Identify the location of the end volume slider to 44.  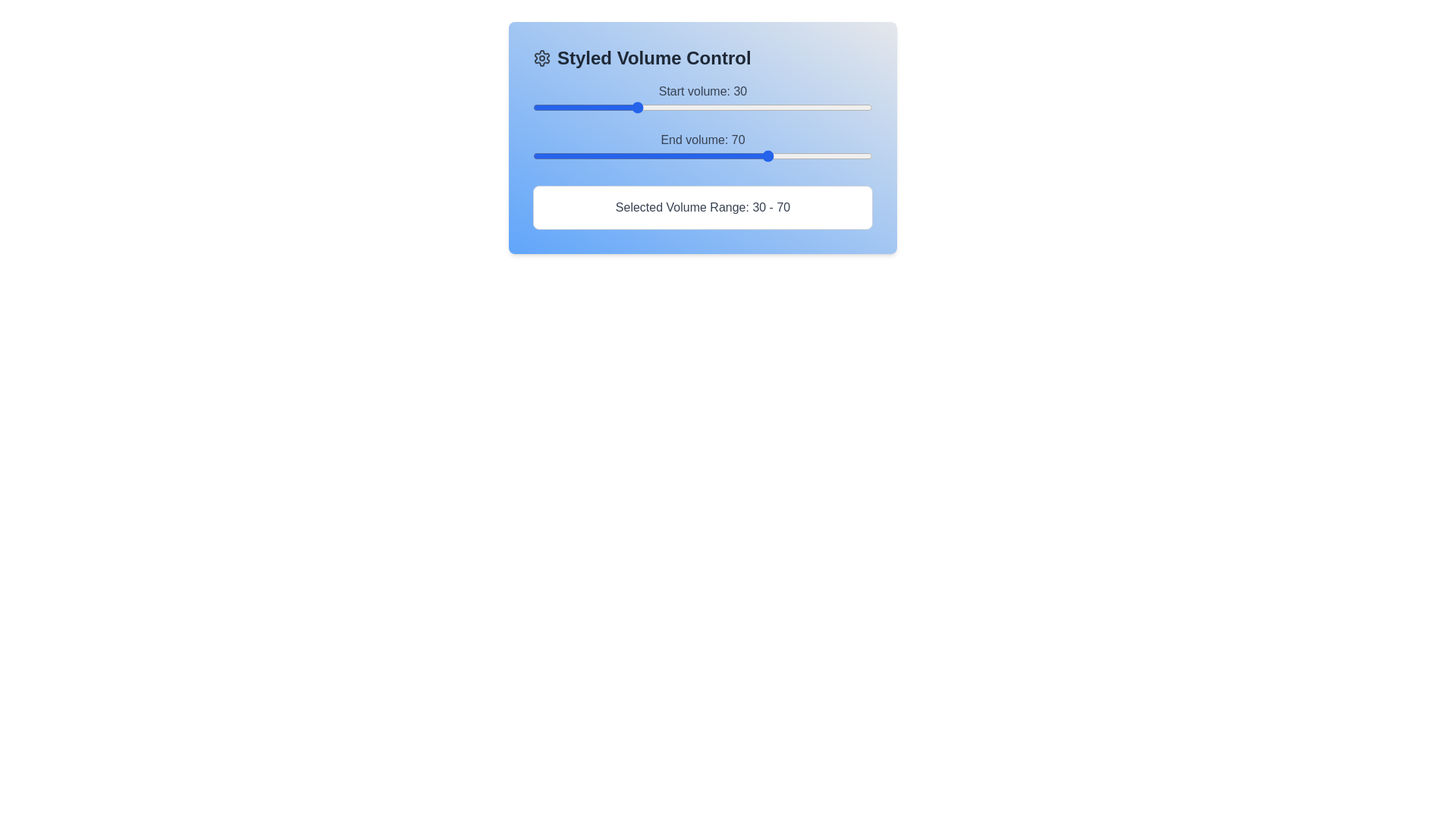
(682, 155).